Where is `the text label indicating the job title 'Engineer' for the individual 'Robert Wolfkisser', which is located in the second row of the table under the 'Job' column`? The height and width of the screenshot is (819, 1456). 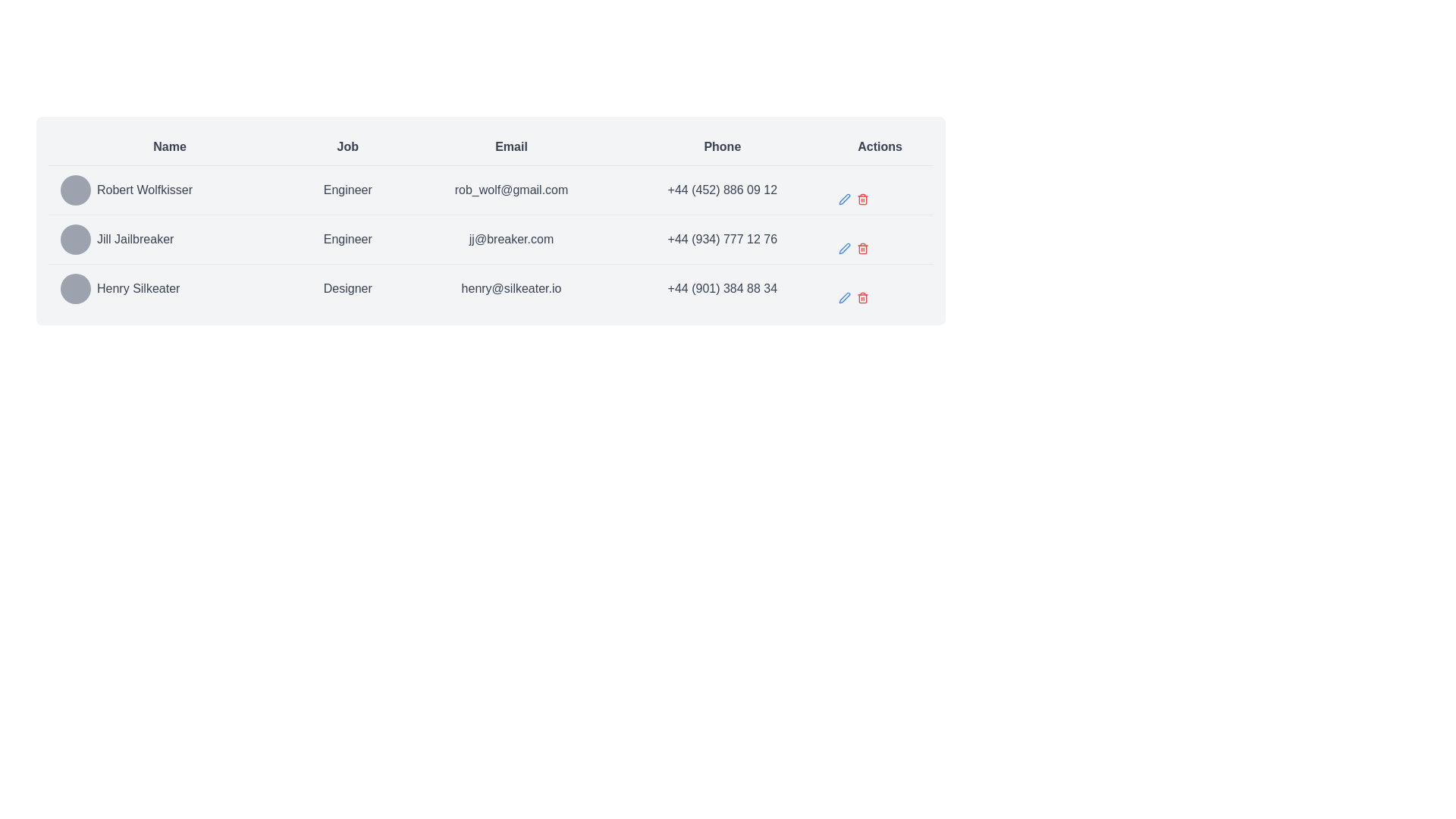 the text label indicating the job title 'Engineer' for the individual 'Robert Wolfkisser', which is located in the second row of the table under the 'Job' column is located at coordinates (347, 189).